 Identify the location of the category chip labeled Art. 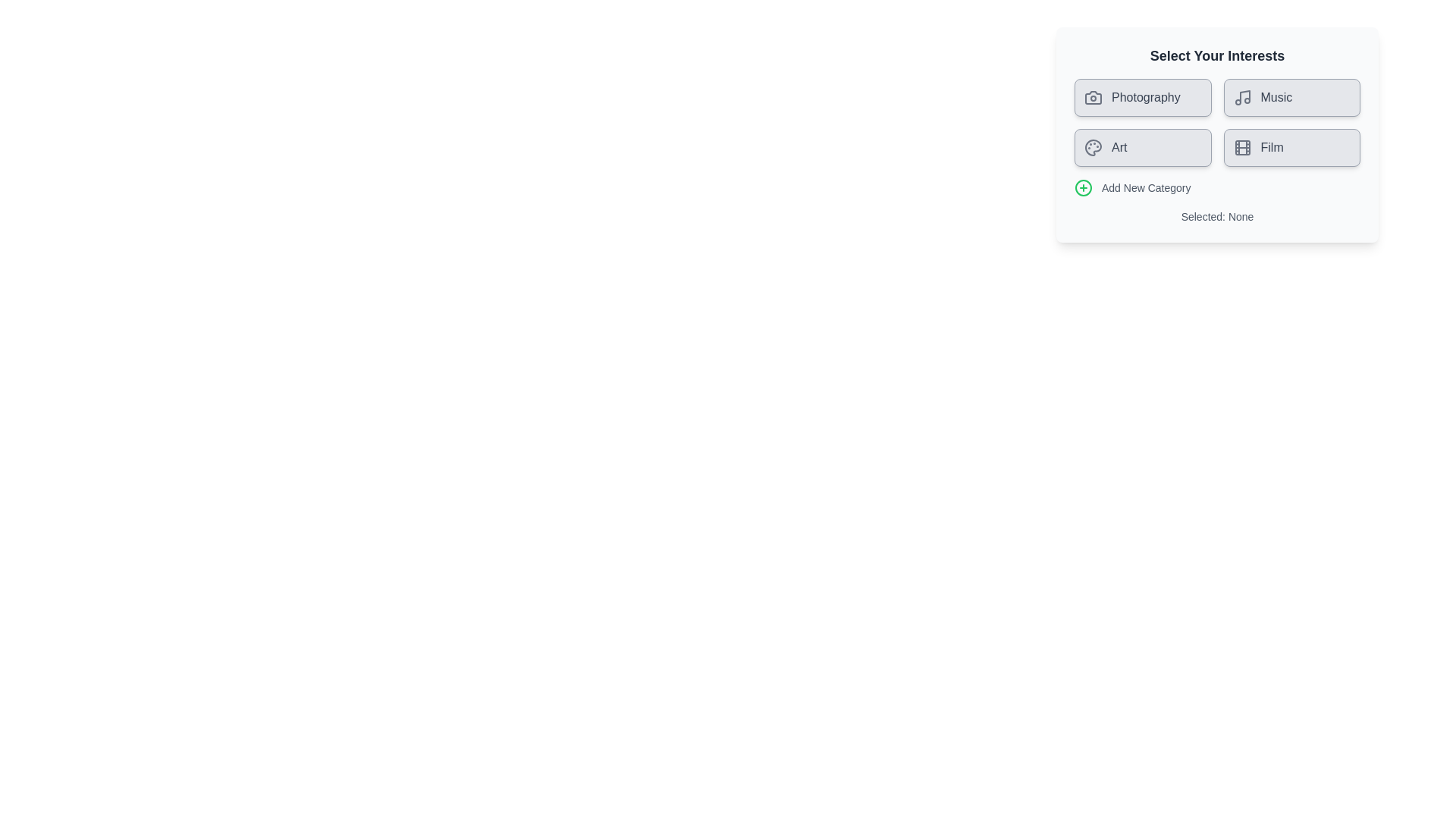
(1143, 148).